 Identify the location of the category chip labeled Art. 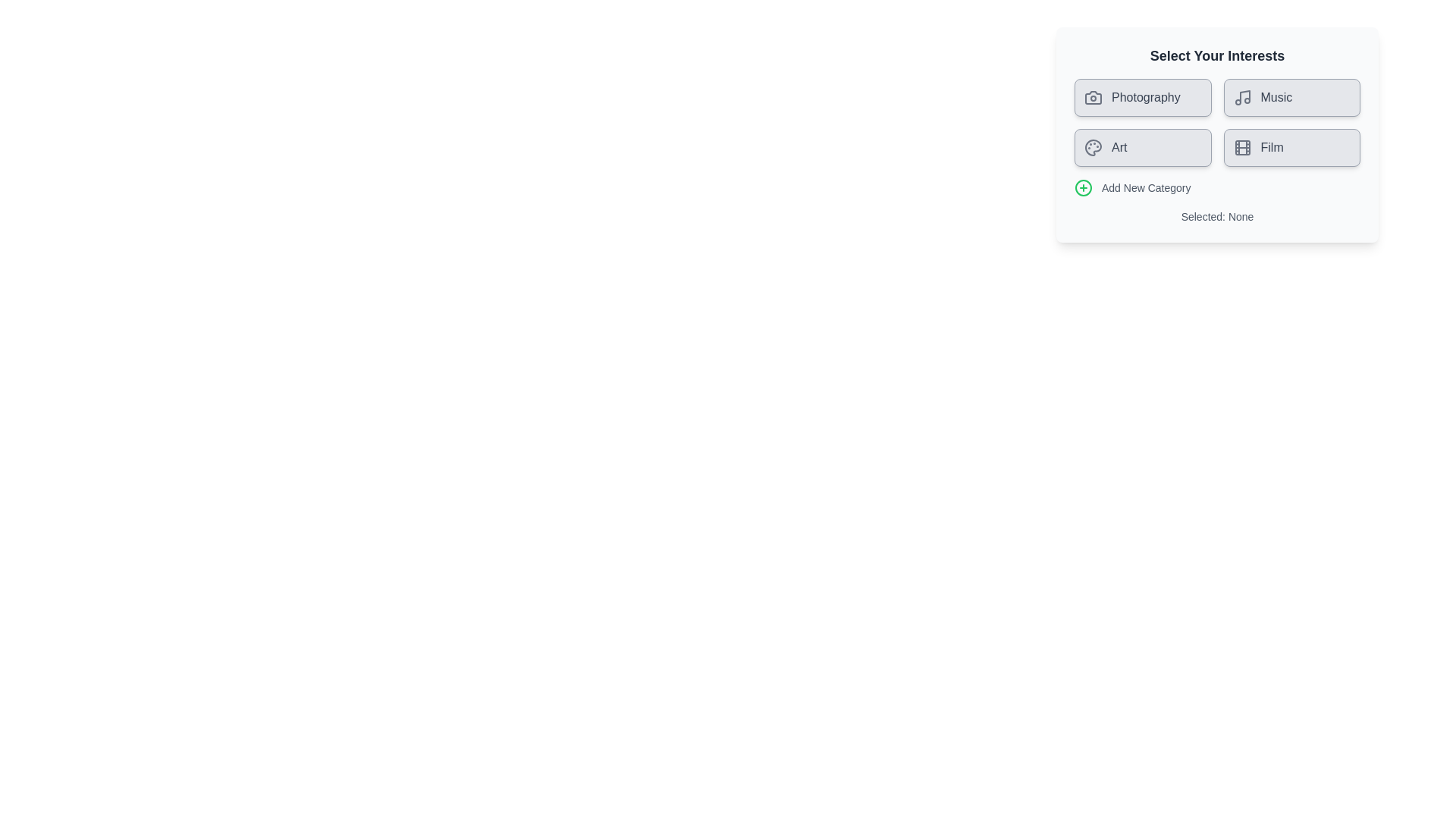
(1143, 148).